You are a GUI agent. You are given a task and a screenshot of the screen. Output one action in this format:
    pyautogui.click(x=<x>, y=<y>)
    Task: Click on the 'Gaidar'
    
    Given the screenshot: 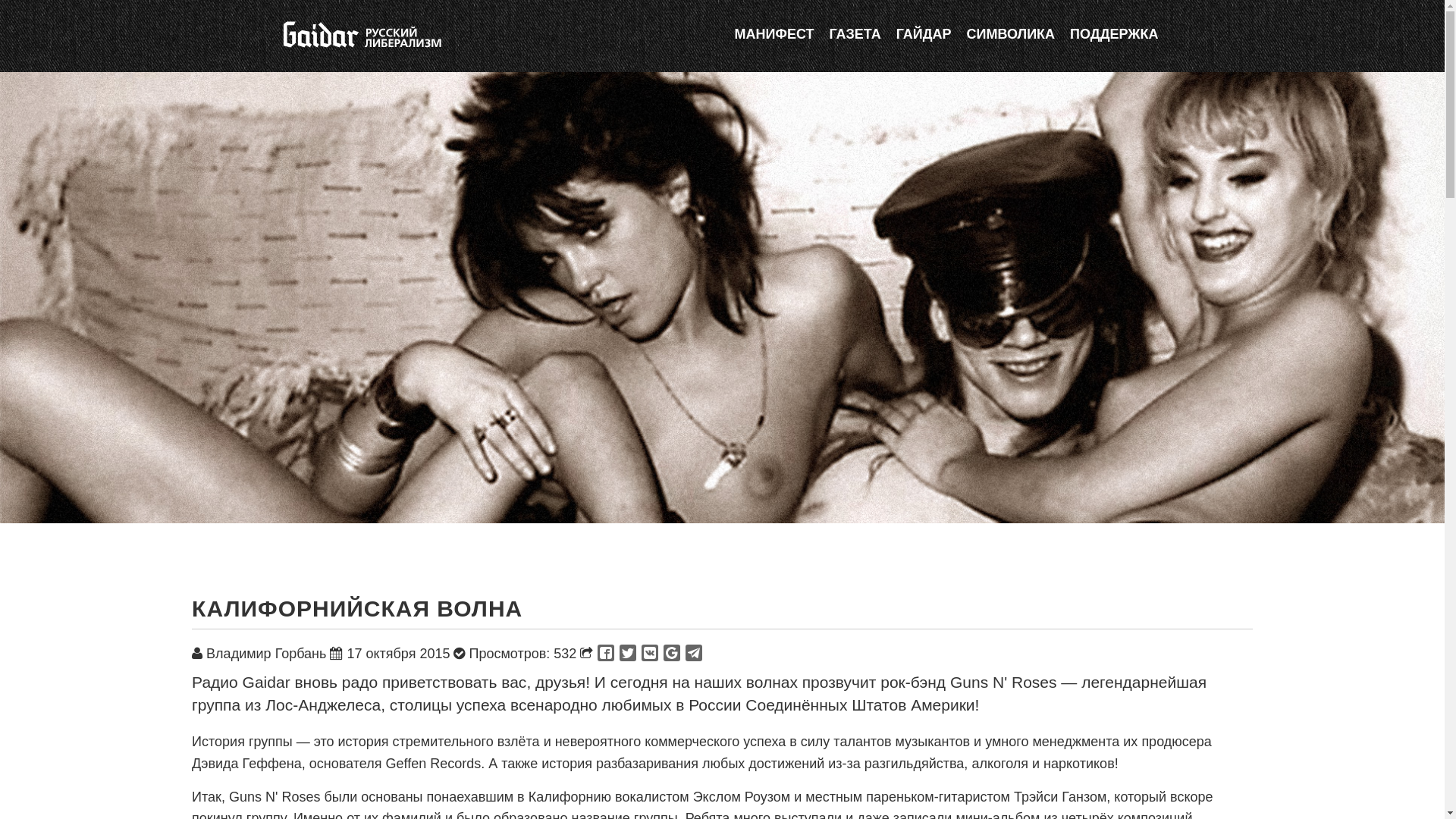 What is the action you would take?
    pyautogui.click(x=359, y=34)
    